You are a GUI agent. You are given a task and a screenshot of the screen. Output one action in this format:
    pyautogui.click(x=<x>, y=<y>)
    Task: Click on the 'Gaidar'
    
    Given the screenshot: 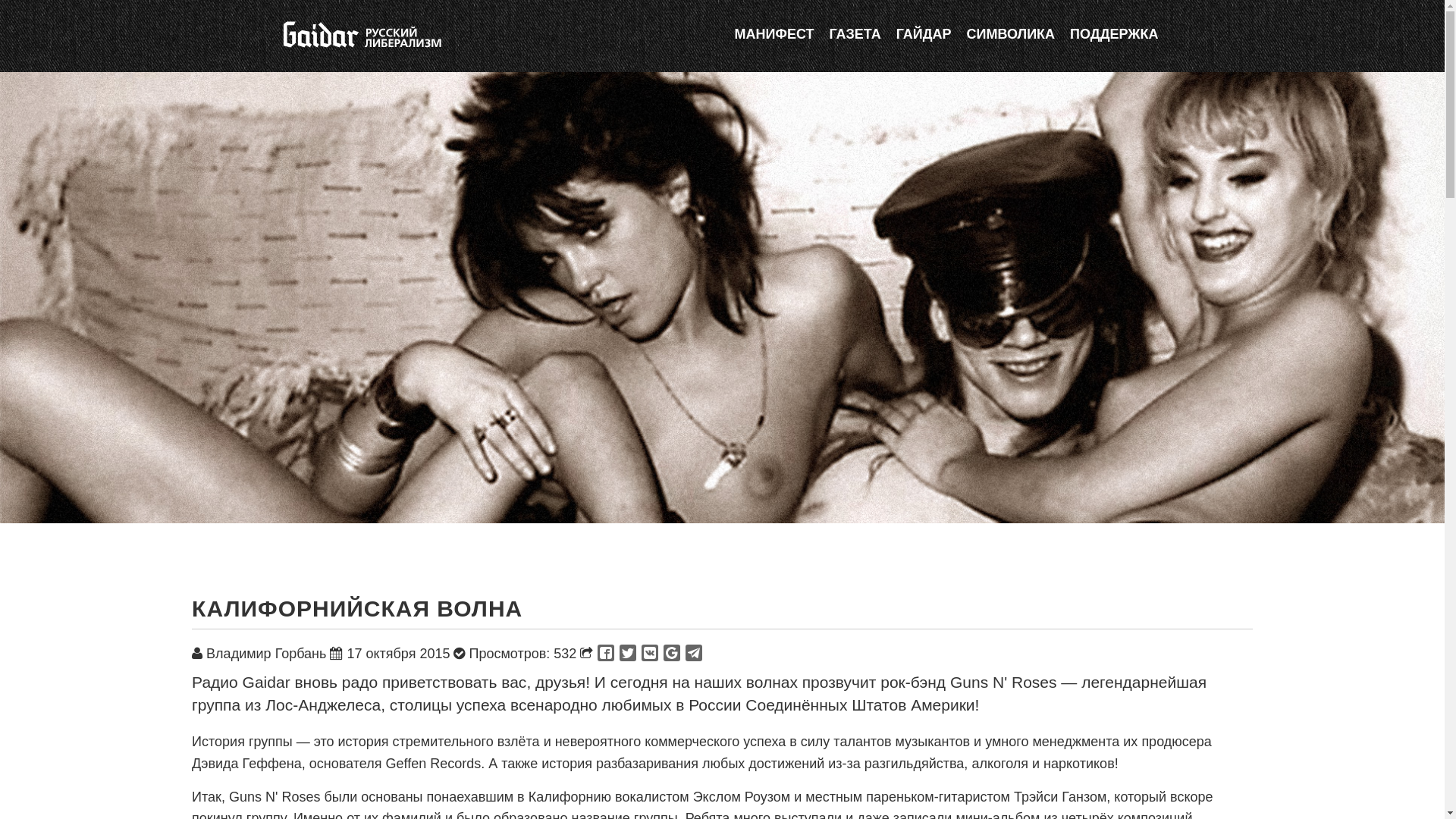 What is the action you would take?
    pyautogui.click(x=359, y=34)
    